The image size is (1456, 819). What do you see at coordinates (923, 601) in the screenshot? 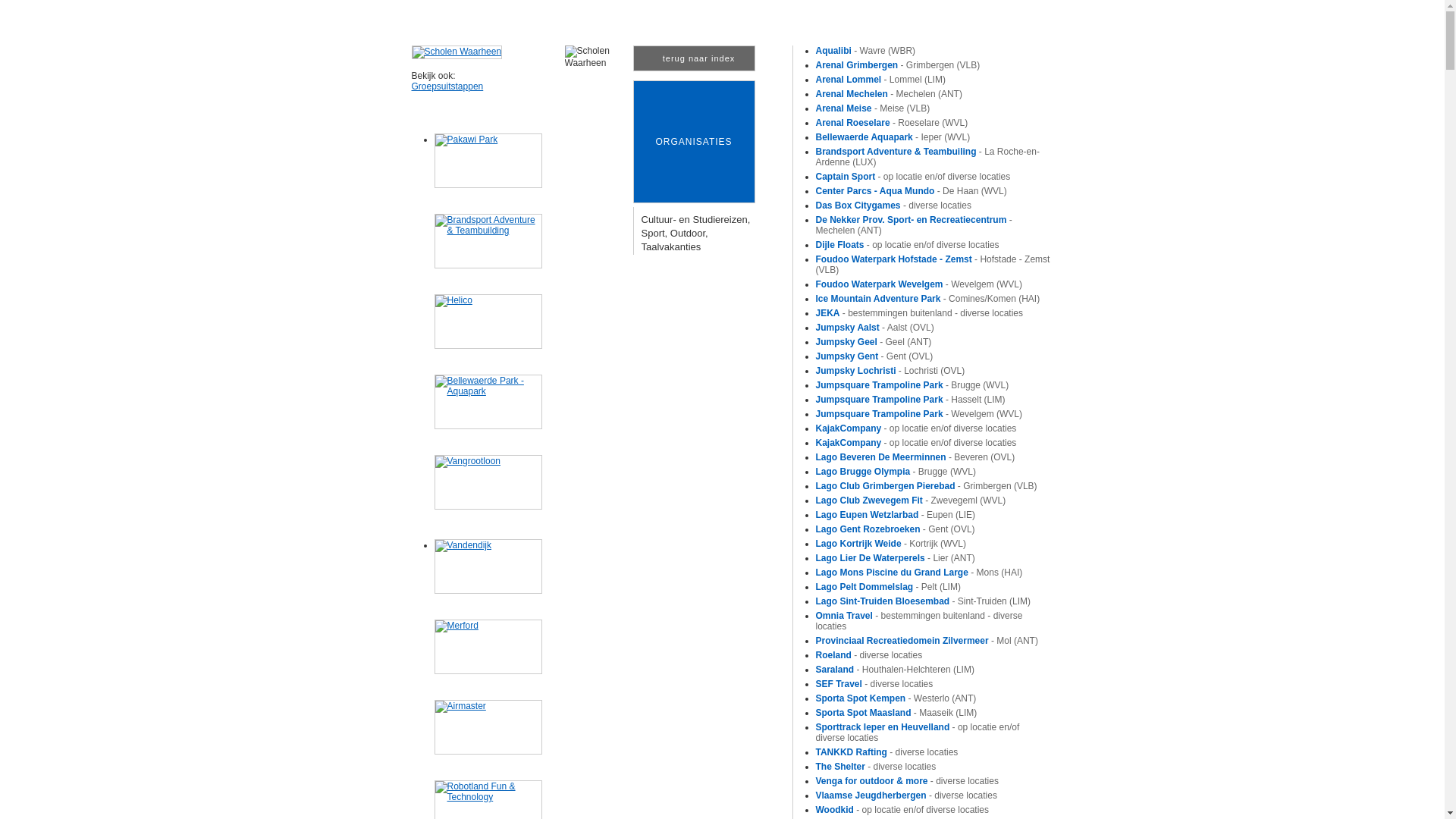
I see `'Lago Sint-Truiden Bloesembad - Sint-Truiden (LIM)'` at bounding box center [923, 601].